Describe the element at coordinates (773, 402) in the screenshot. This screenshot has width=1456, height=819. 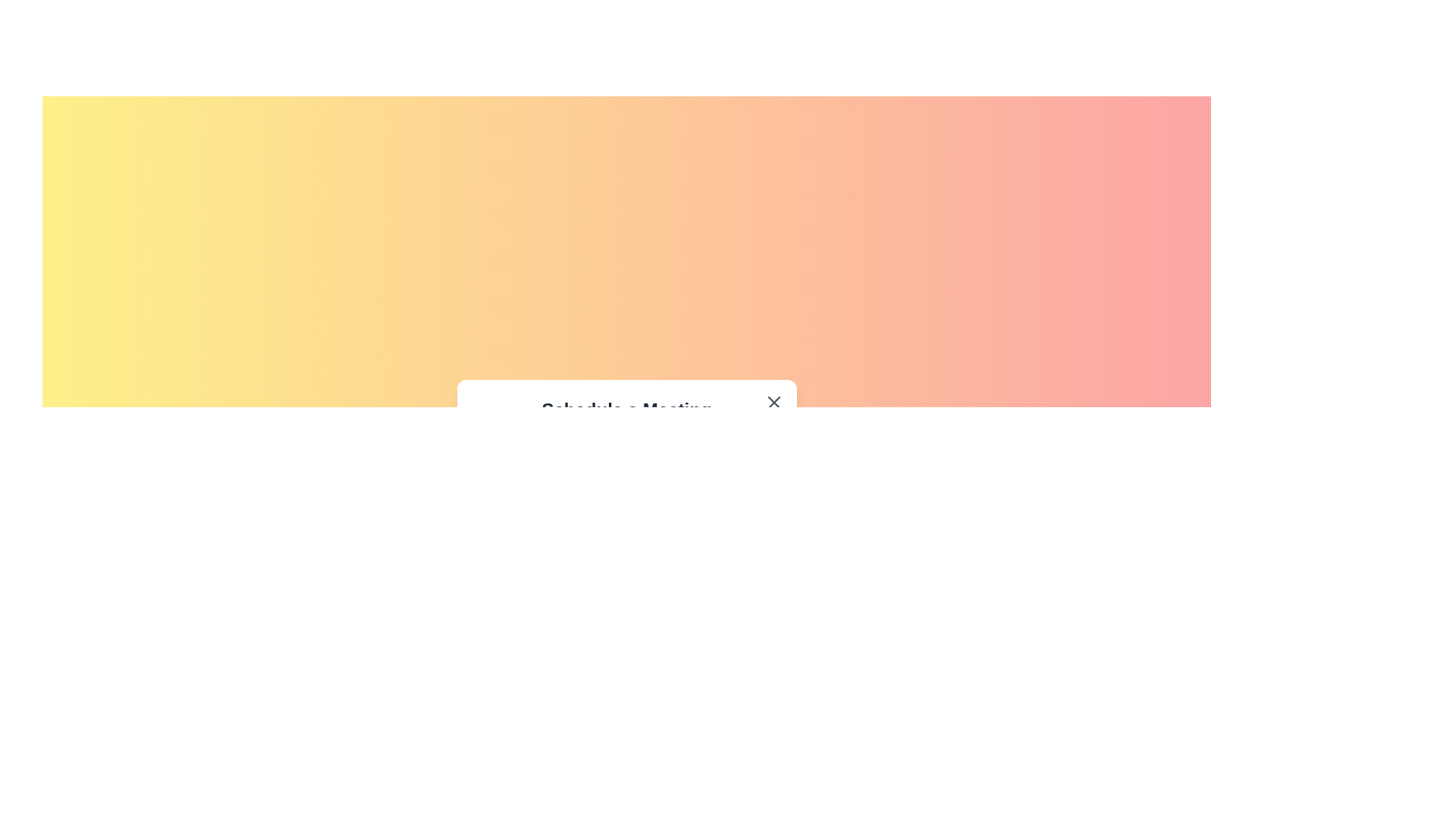
I see `the close button to close the dialog` at that location.